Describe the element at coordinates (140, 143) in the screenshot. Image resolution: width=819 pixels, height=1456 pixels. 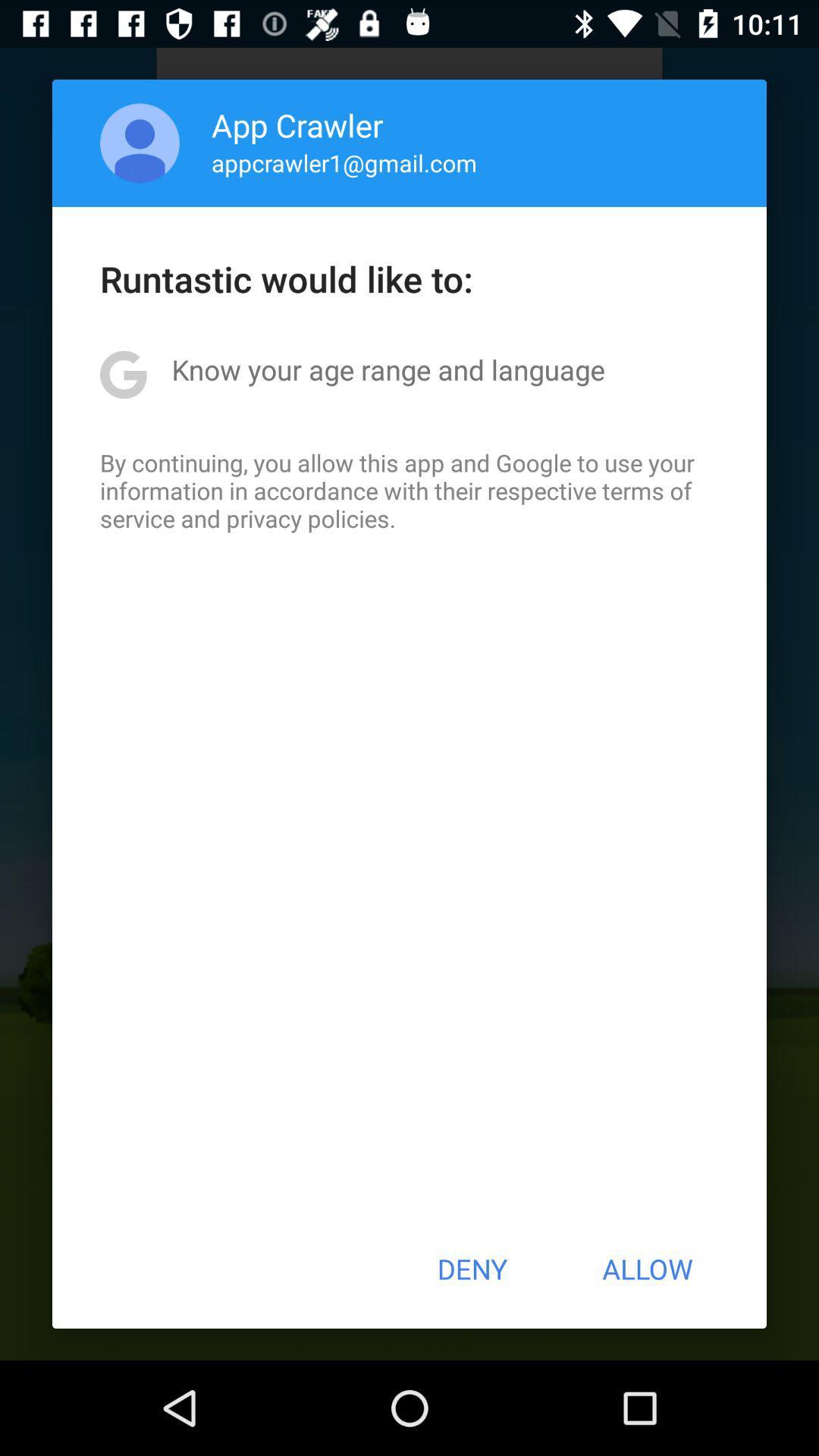
I see `the icon above the runtastic would like item` at that location.